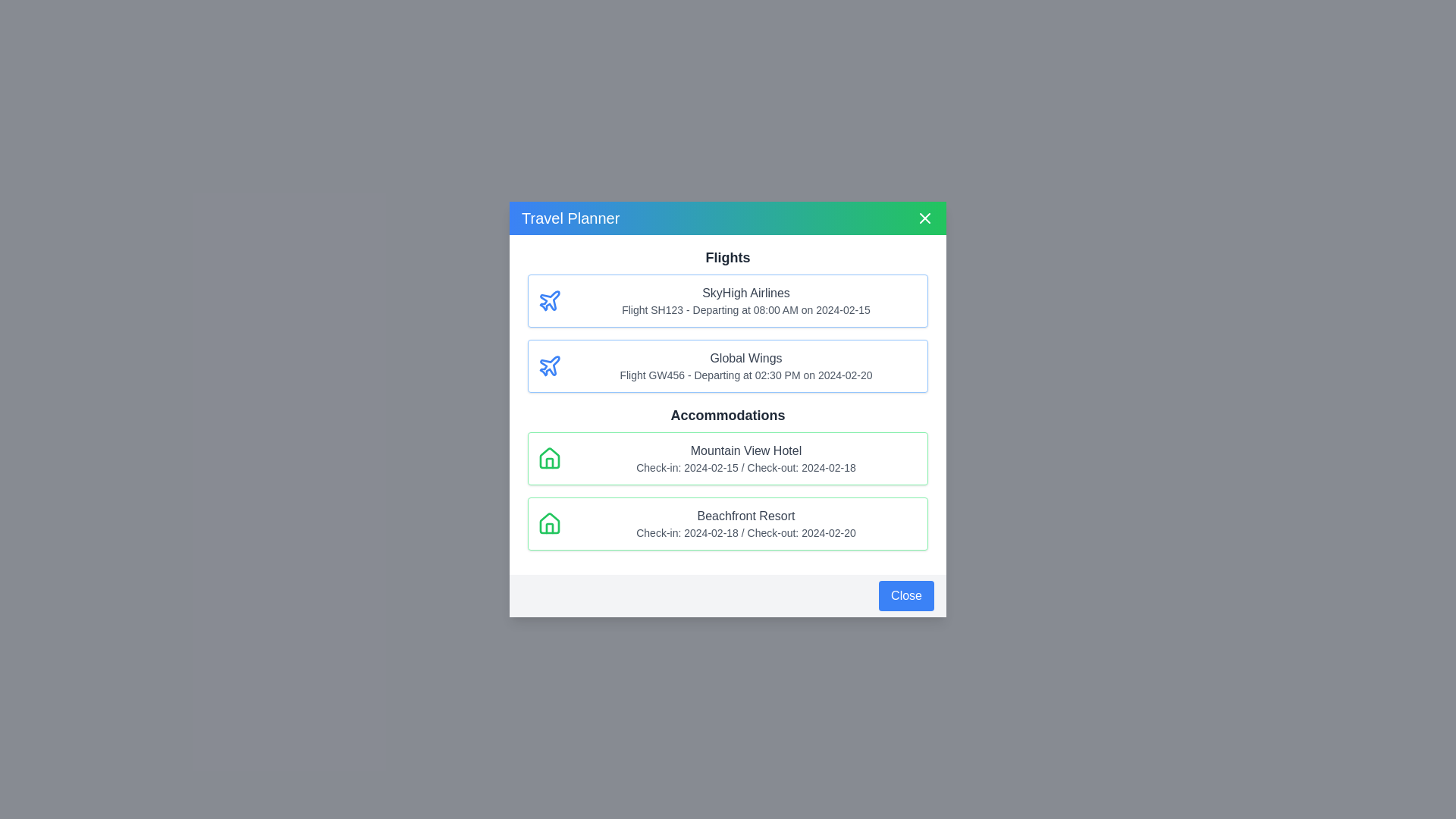 This screenshot has width=1456, height=819. What do you see at coordinates (548, 301) in the screenshot?
I see `the blue plane icon, which is located at the top-left corner of the first card under the 'Flights' section, before the text 'SkyHigh Airlines Flight SH123 - Departing at 08:00 AM on 2024-02-15'` at bounding box center [548, 301].